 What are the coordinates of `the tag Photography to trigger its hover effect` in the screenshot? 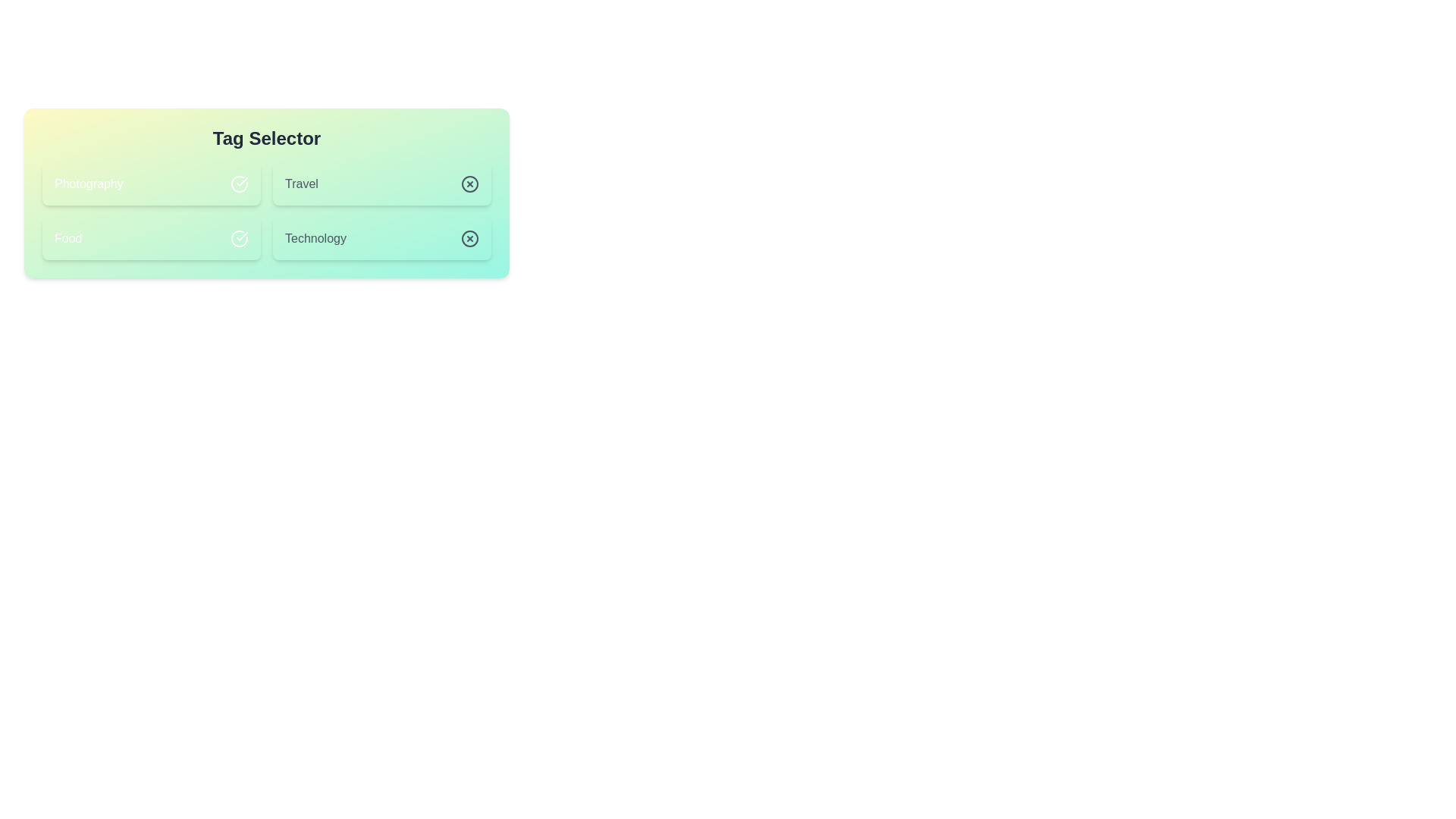 It's located at (152, 184).